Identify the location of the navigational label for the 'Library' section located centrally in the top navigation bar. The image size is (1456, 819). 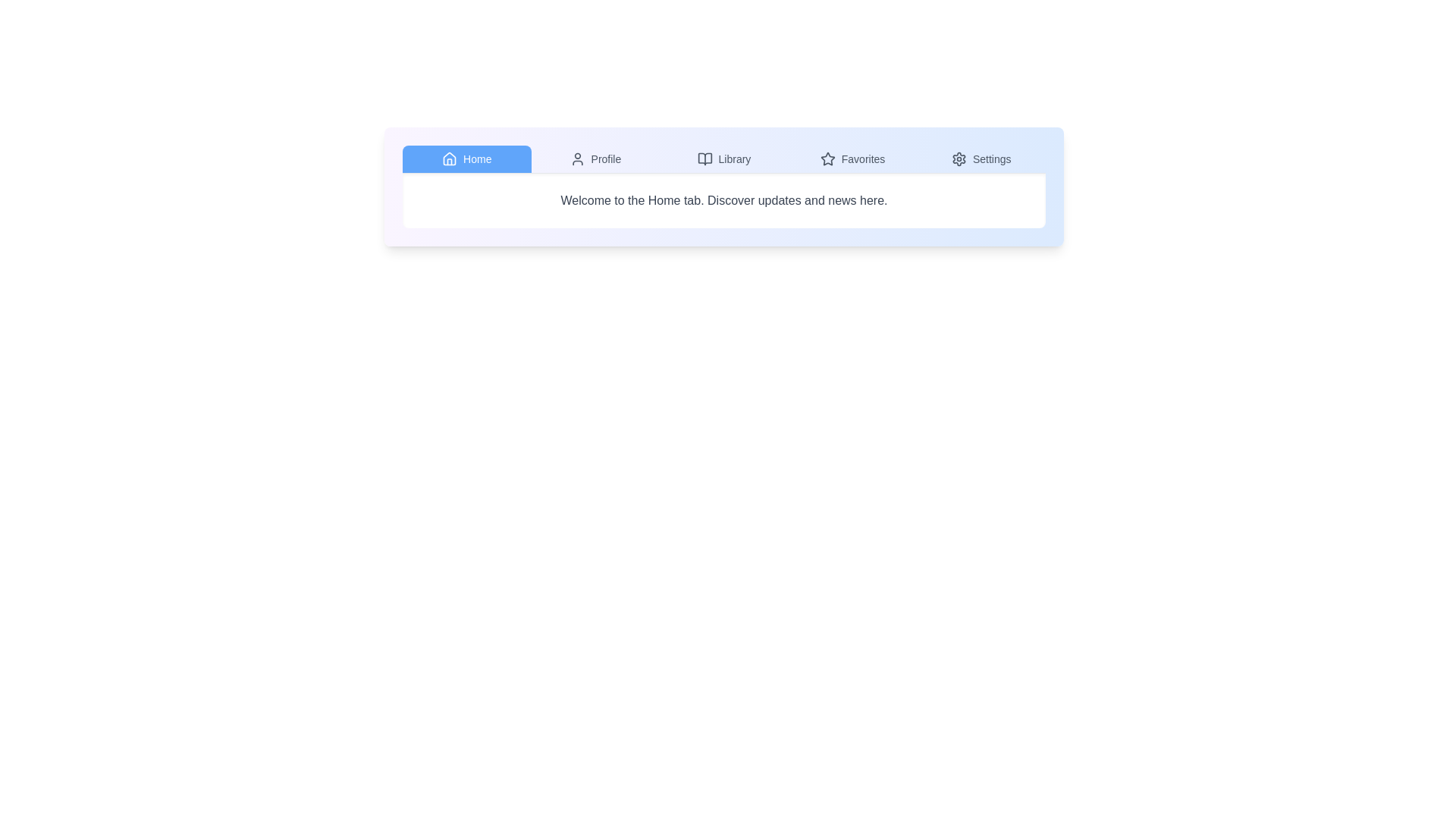
(735, 158).